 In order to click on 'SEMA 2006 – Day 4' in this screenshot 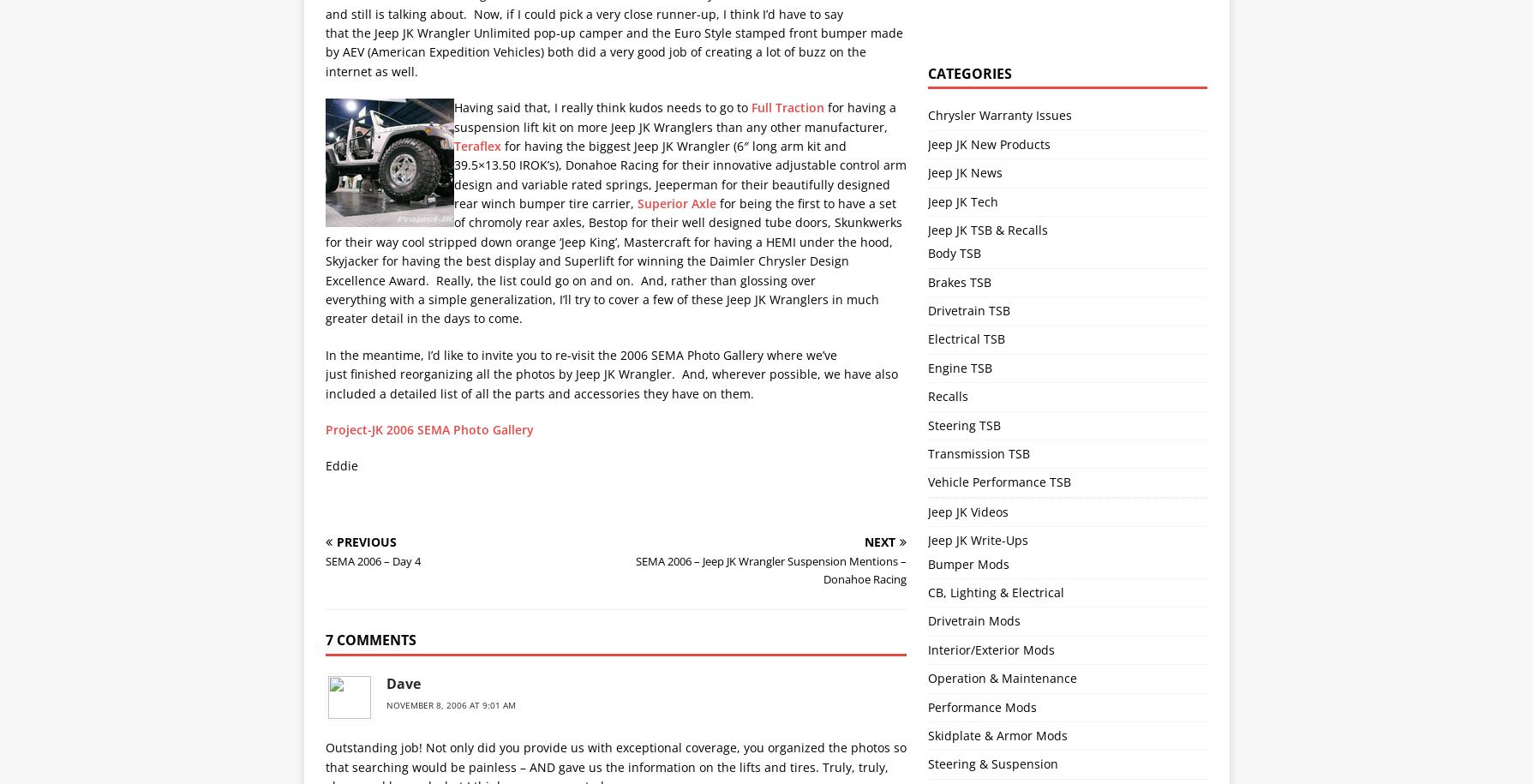, I will do `click(371, 560)`.